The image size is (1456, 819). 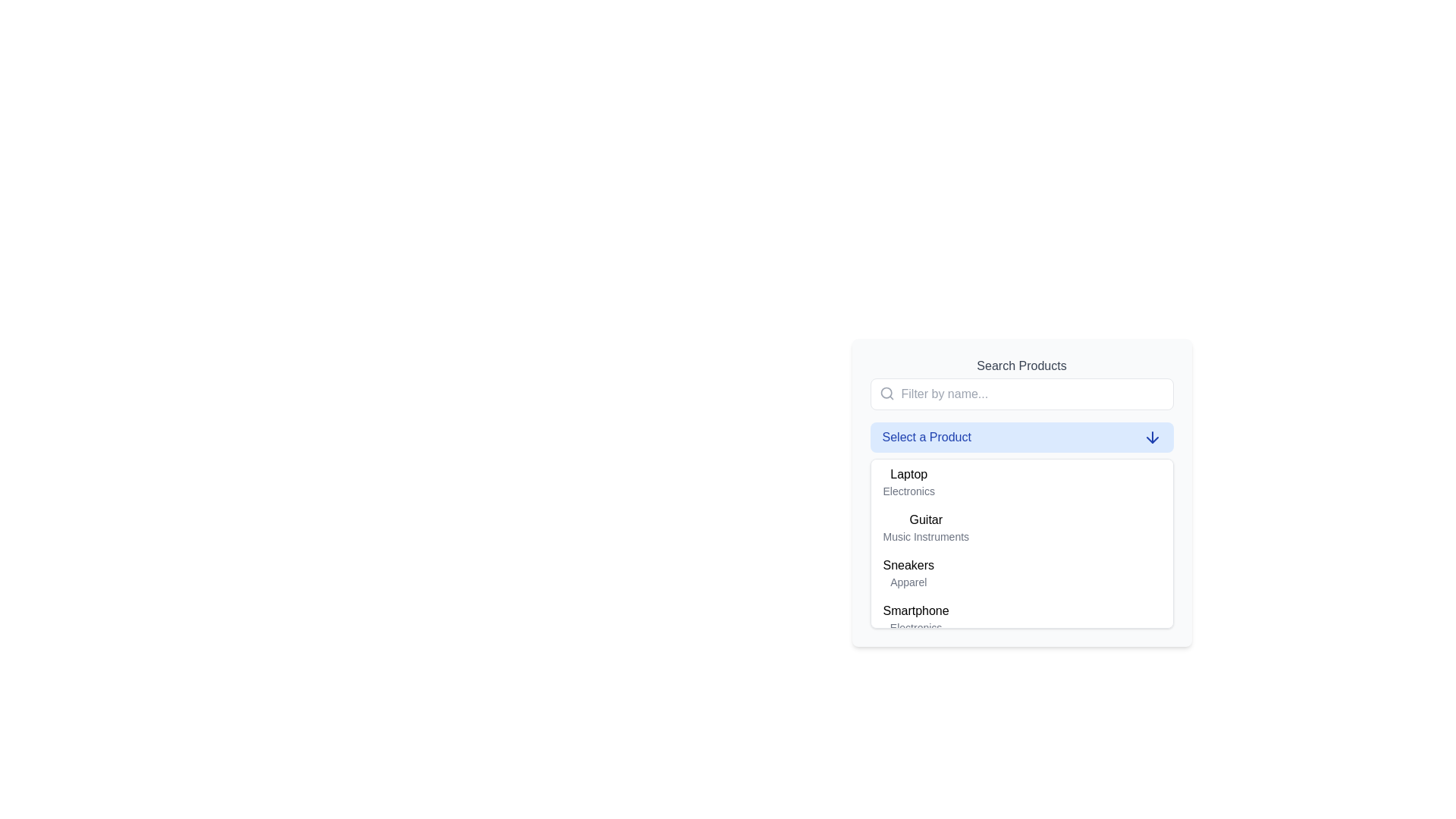 I want to click on the Text label providing additional category information for the 'Sneakers' product group located under the 'Sneakers' item in the dropdown panel, so click(x=908, y=581).